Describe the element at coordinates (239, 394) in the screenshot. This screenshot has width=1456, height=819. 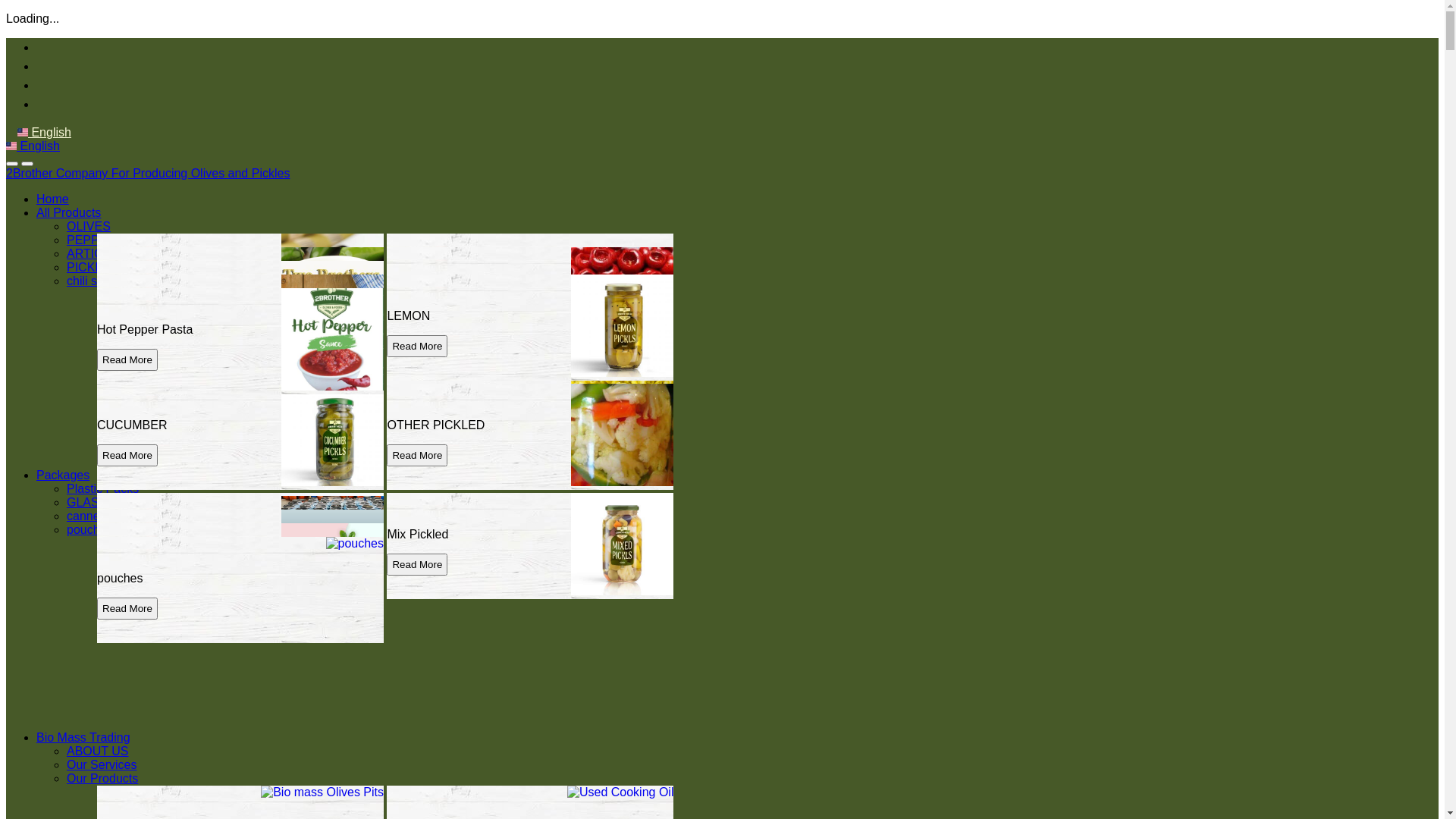
I see `'Kalamata Olives` at that location.